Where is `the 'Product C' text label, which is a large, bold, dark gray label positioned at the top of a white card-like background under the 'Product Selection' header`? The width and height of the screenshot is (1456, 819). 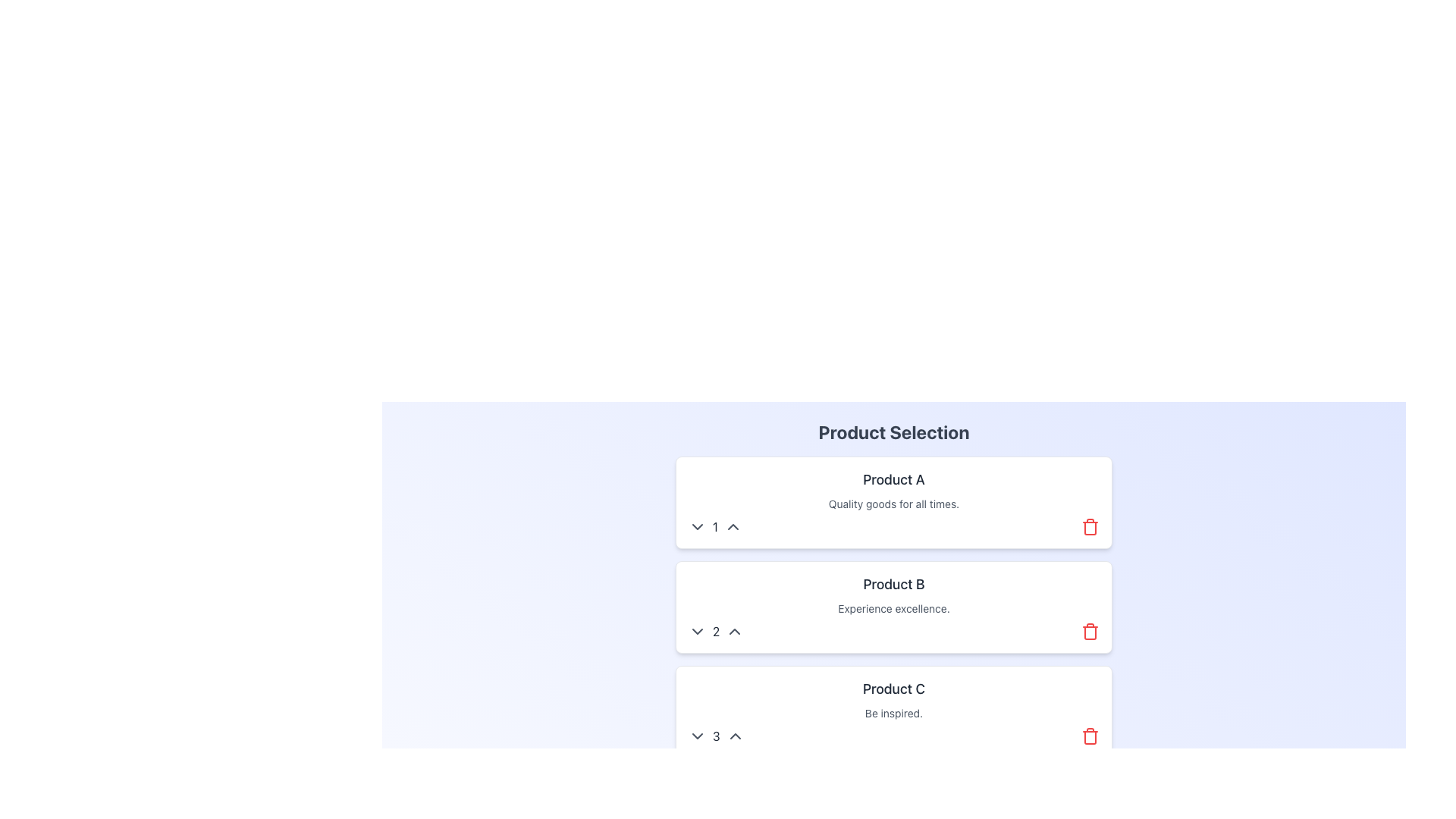 the 'Product C' text label, which is a large, bold, dark gray label positioned at the top of a white card-like background under the 'Product Selection' header is located at coordinates (894, 689).